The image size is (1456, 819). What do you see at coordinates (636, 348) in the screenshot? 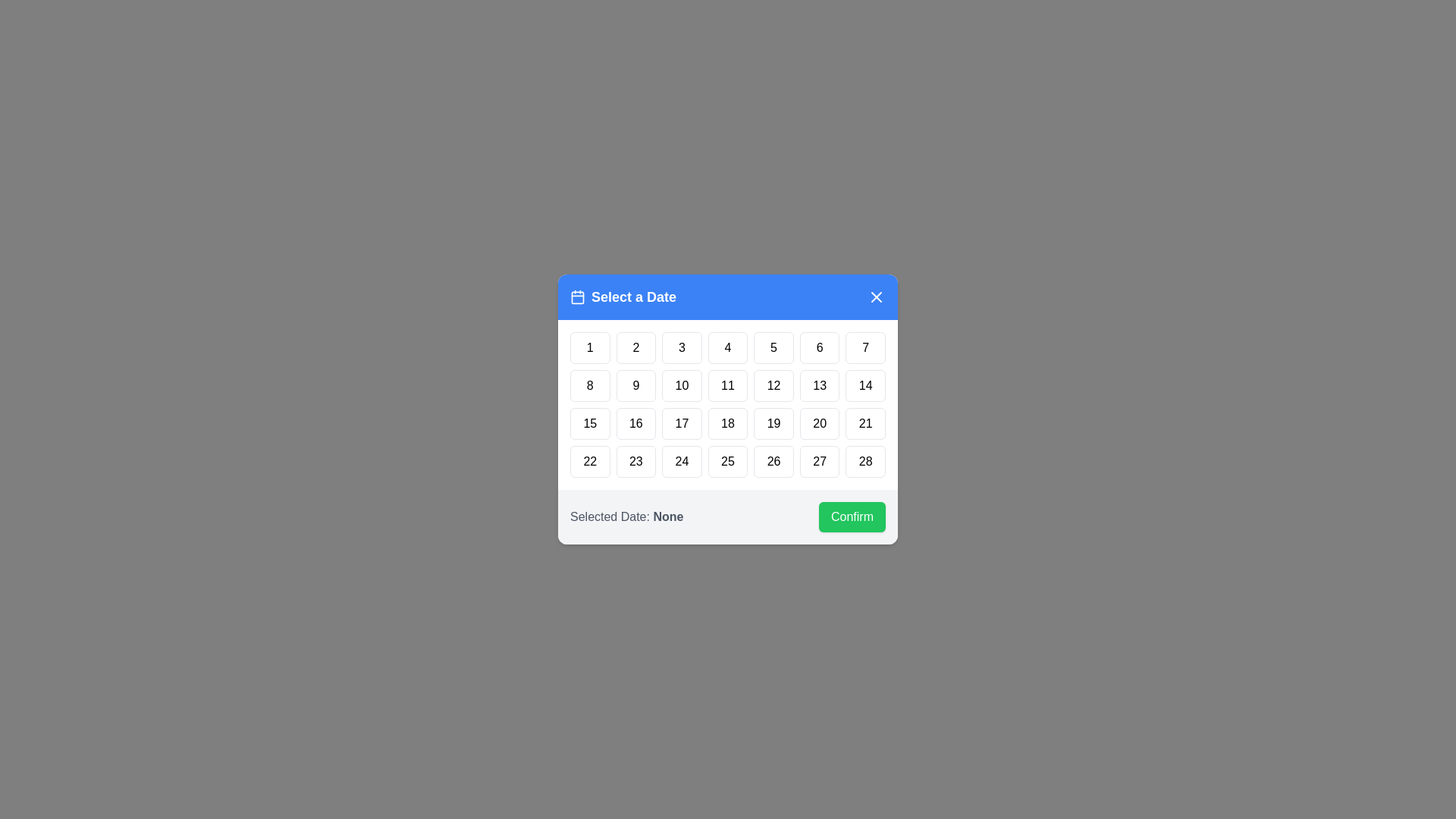
I see `the day button labeled 2 to highlight it` at bounding box center [636, 348].